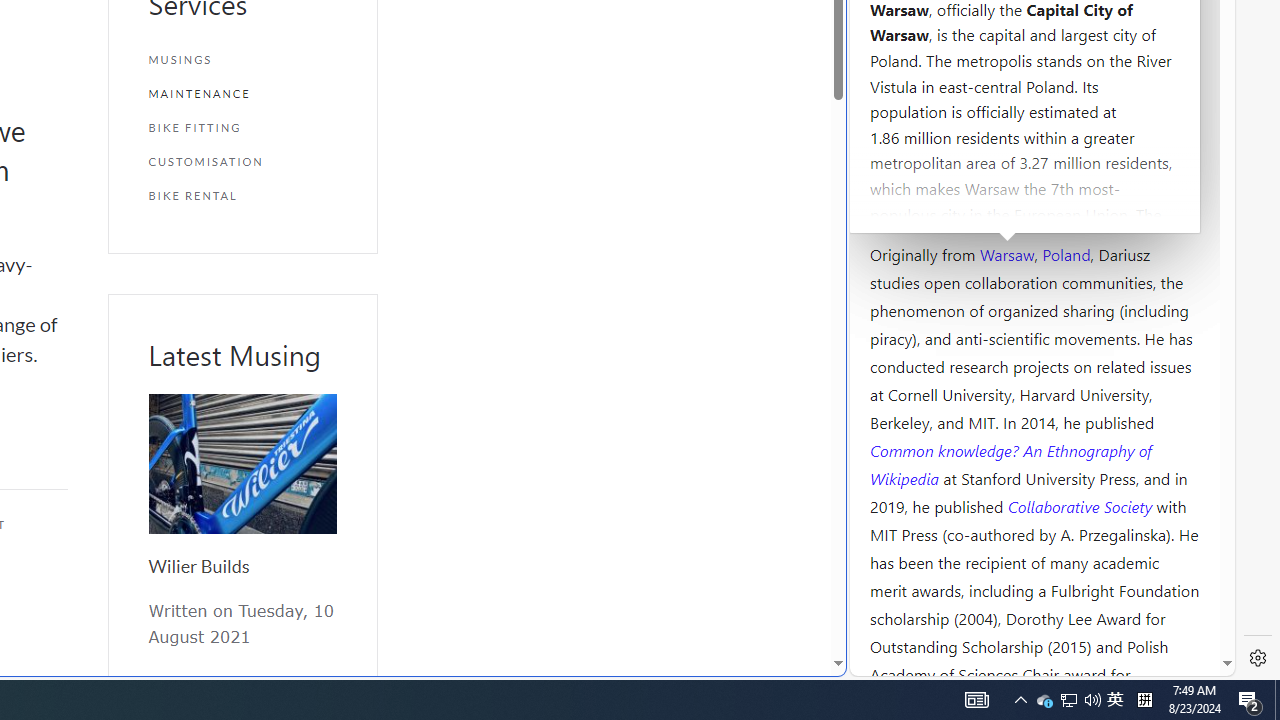 The image size is (1280, 720). Describe the element at coordinates (1006, 252) in the screenshot. I see `'Warsaw'` at that location.